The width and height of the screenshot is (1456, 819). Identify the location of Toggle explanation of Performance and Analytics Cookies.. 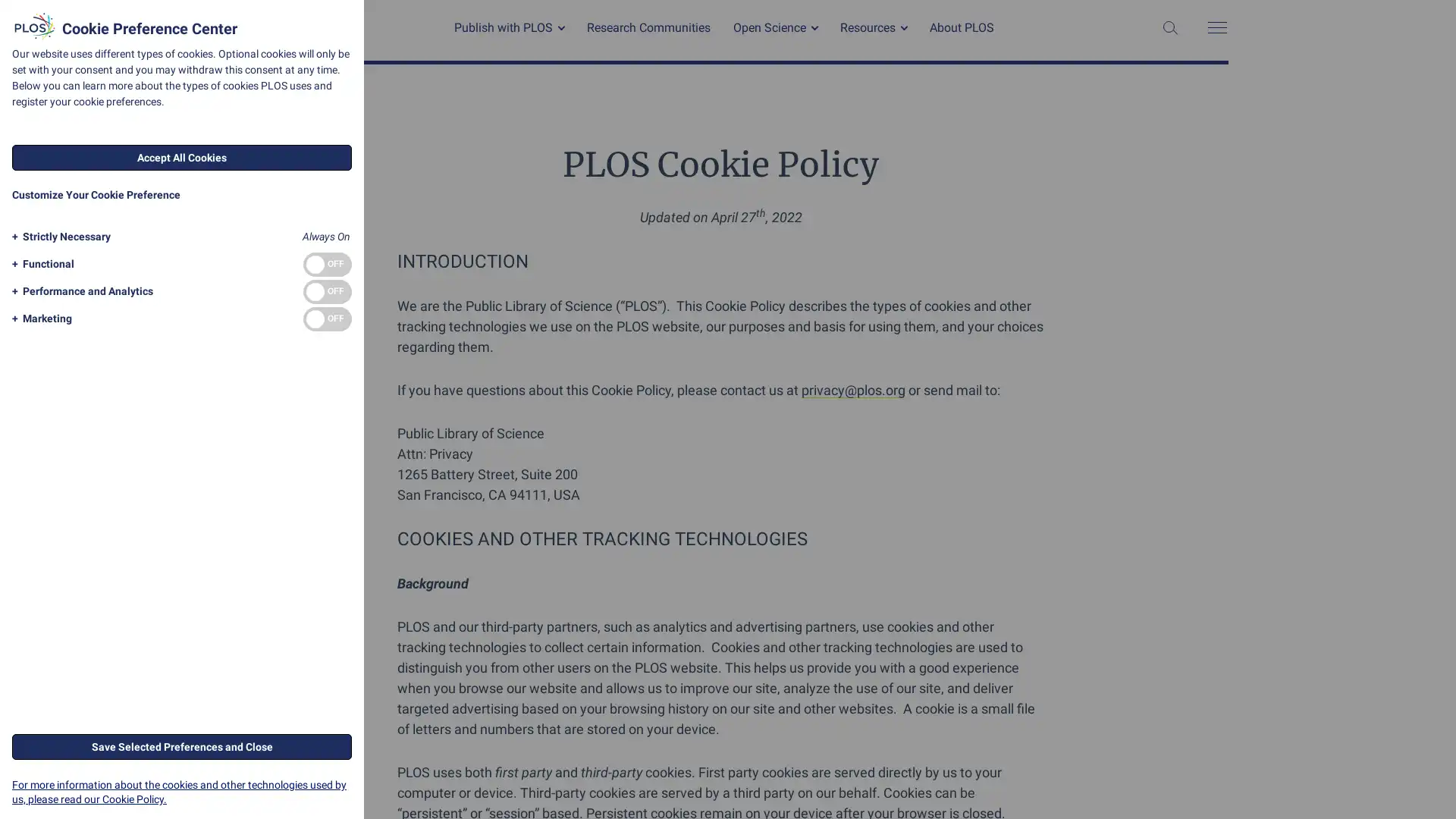
(79, 291).